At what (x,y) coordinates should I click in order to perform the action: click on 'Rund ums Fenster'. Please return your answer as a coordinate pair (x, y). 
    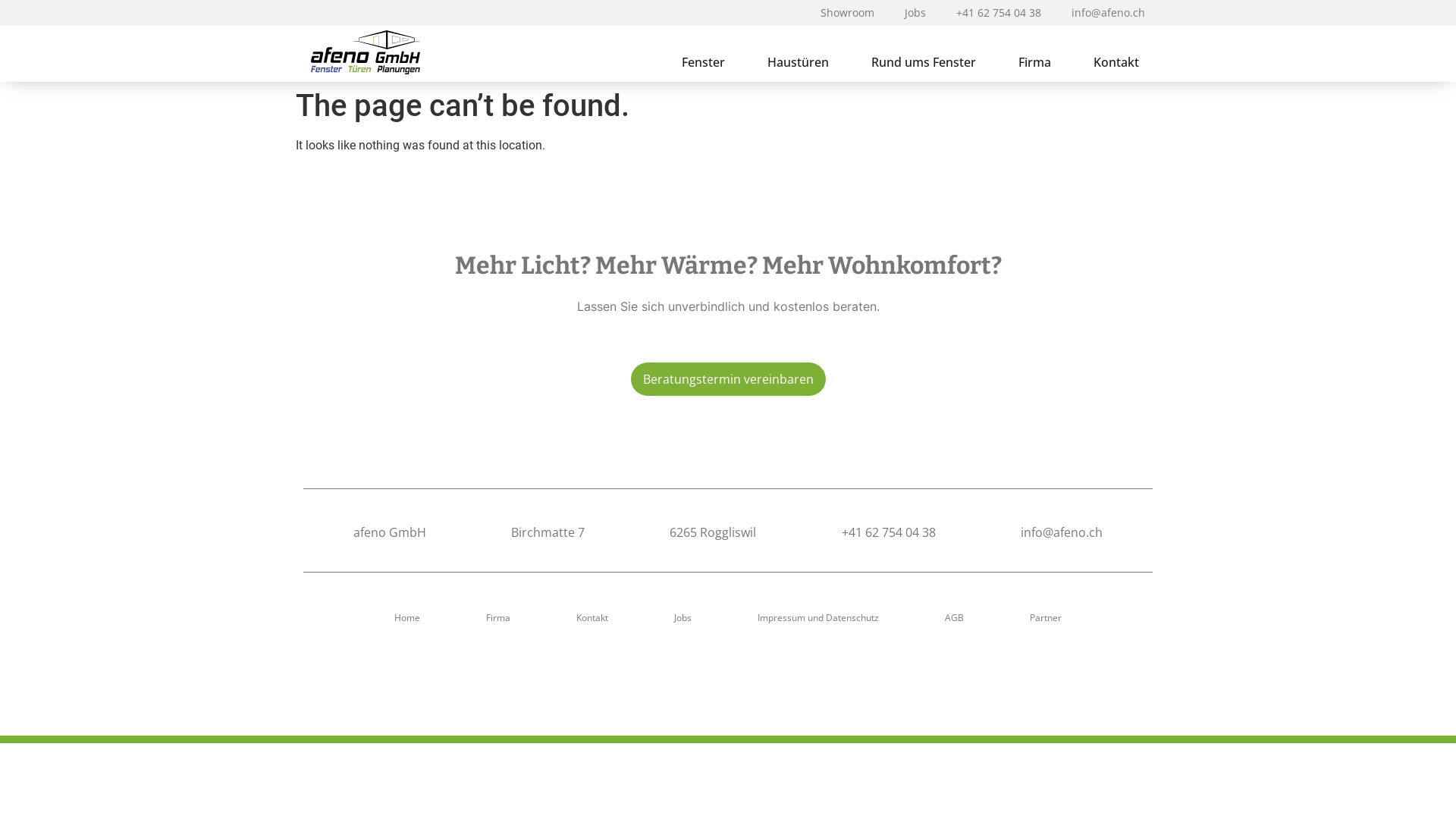
    Looking at the image, I should click on (923, 61).